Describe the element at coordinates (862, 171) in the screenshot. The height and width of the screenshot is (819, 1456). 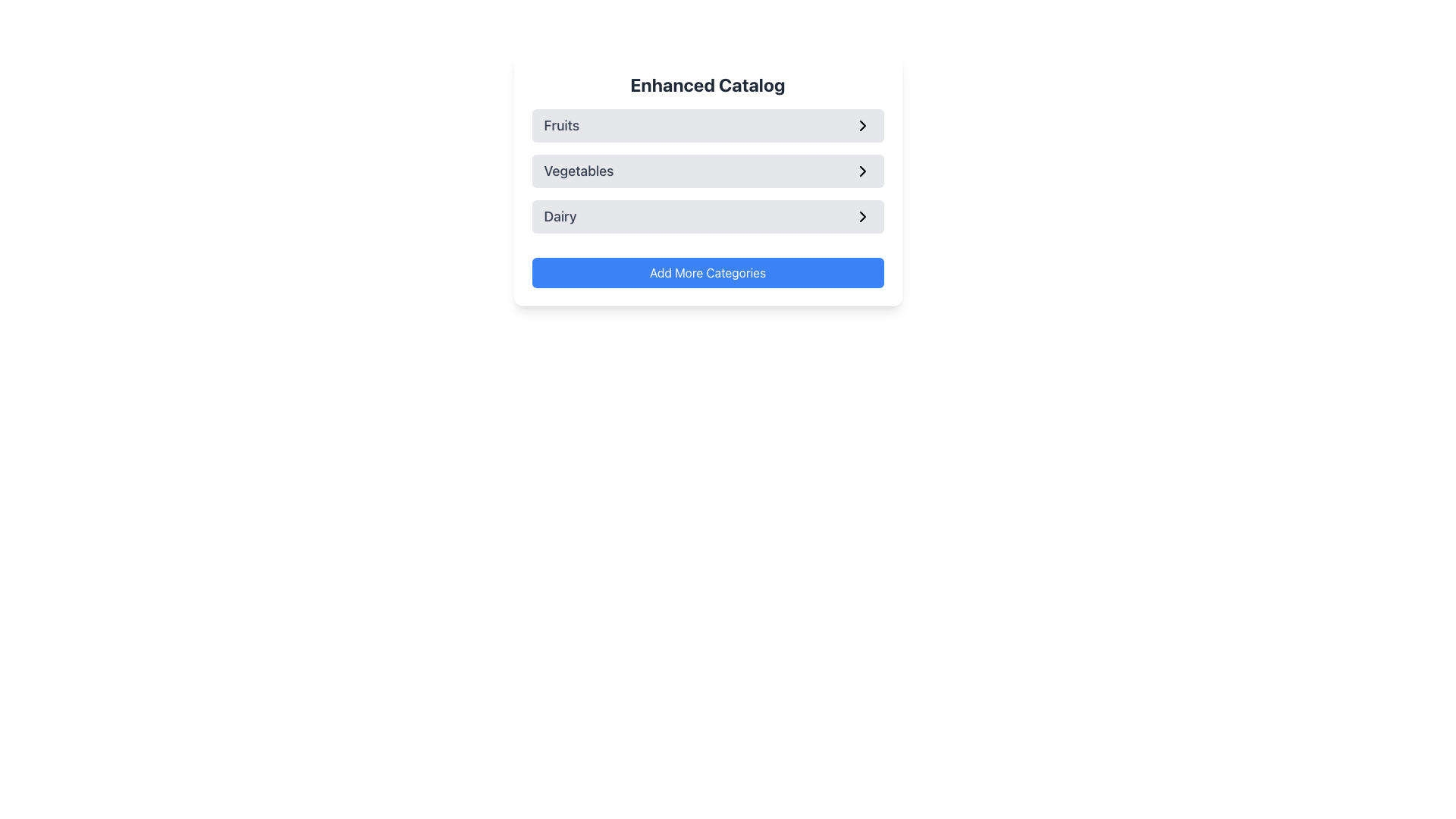
I see `the interactive 'Vegetables' icon located to the far right of the 'Vegetables' text in the second item of the vertical list` at that location.